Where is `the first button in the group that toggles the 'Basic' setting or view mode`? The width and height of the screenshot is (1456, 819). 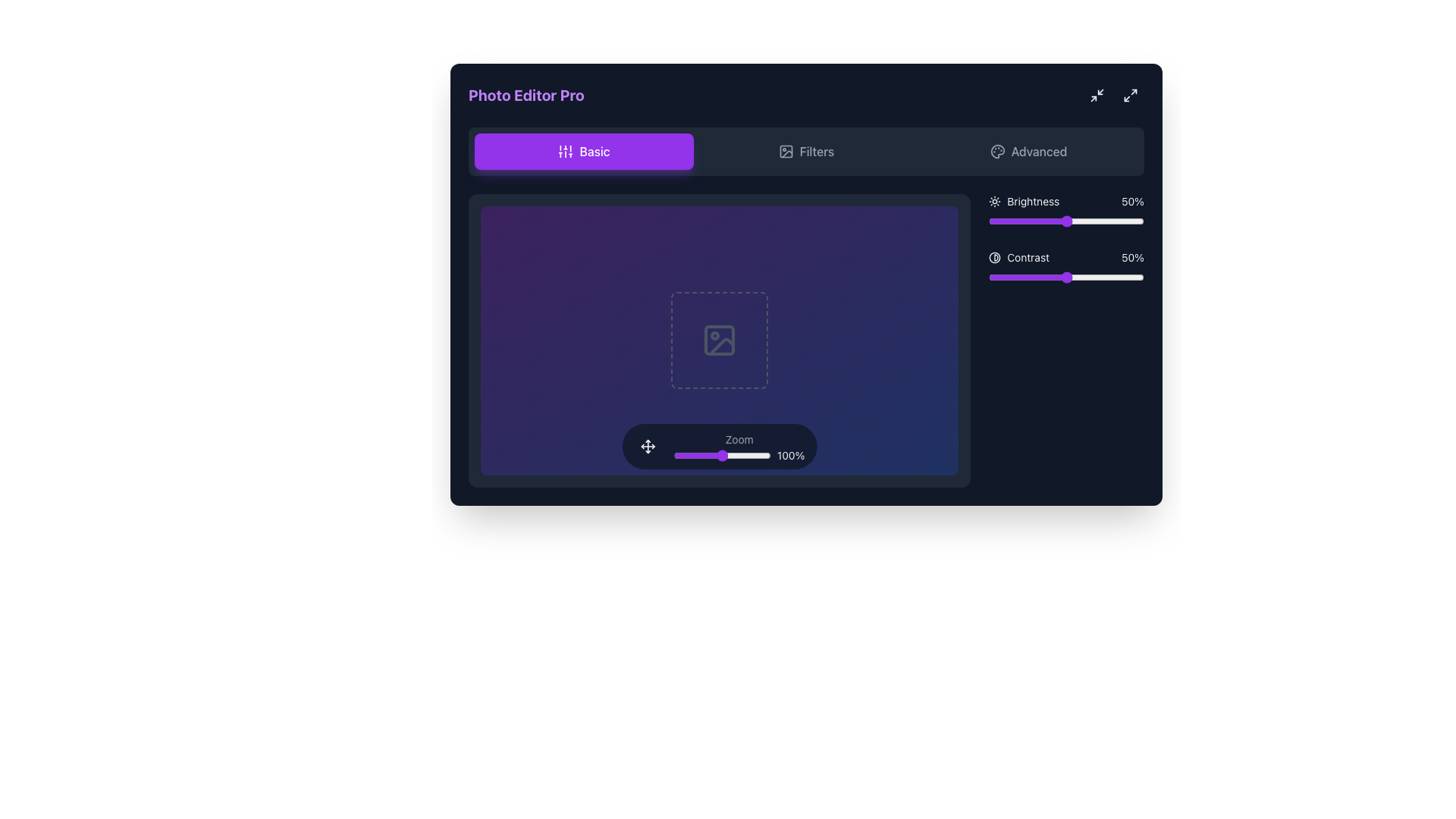 the first button in the group that toggles the 'Basic' setting or view mode is located at coordinates (583, 152).